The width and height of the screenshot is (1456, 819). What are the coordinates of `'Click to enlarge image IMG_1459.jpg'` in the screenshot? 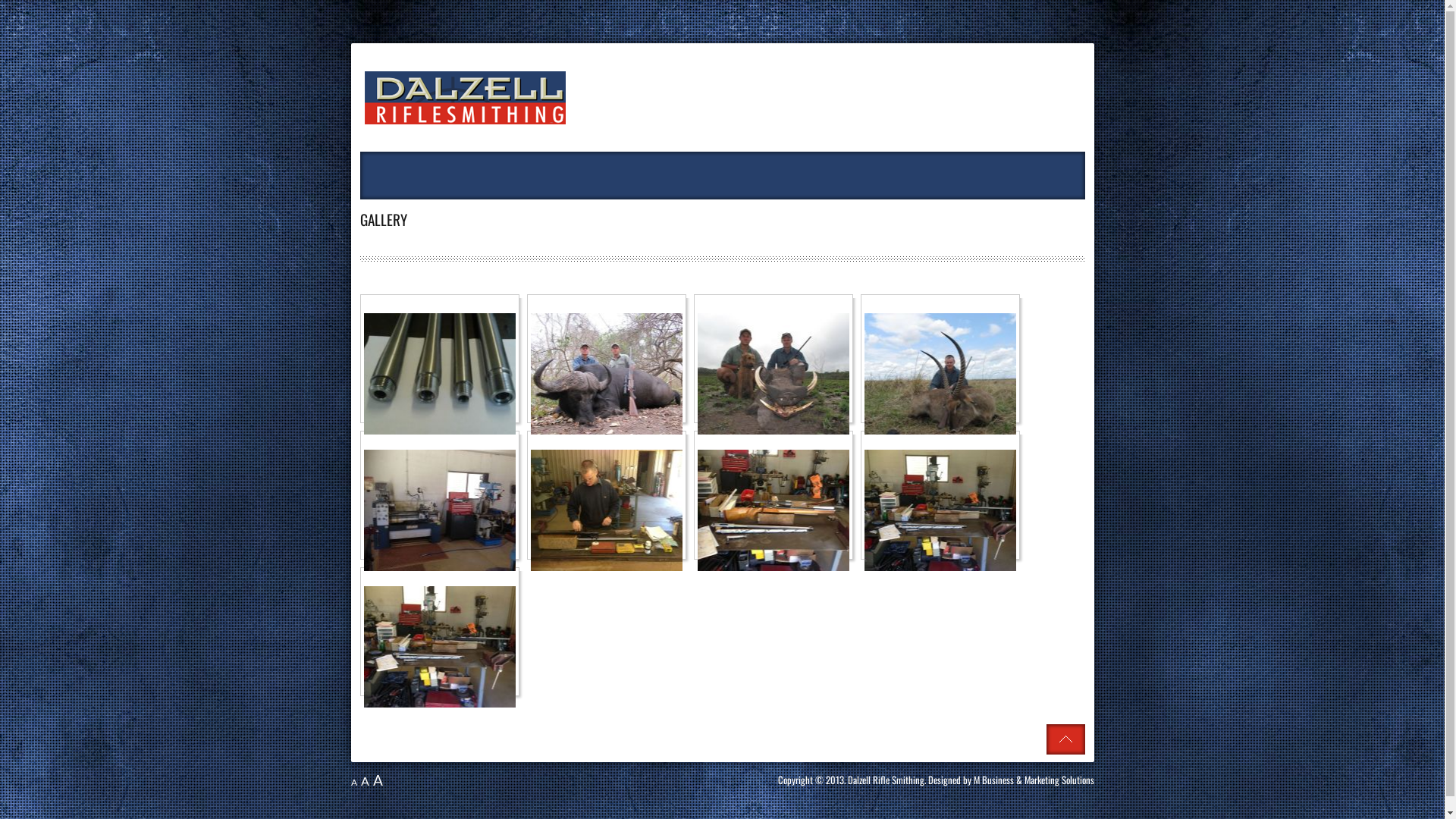 It's located at (773, 510).